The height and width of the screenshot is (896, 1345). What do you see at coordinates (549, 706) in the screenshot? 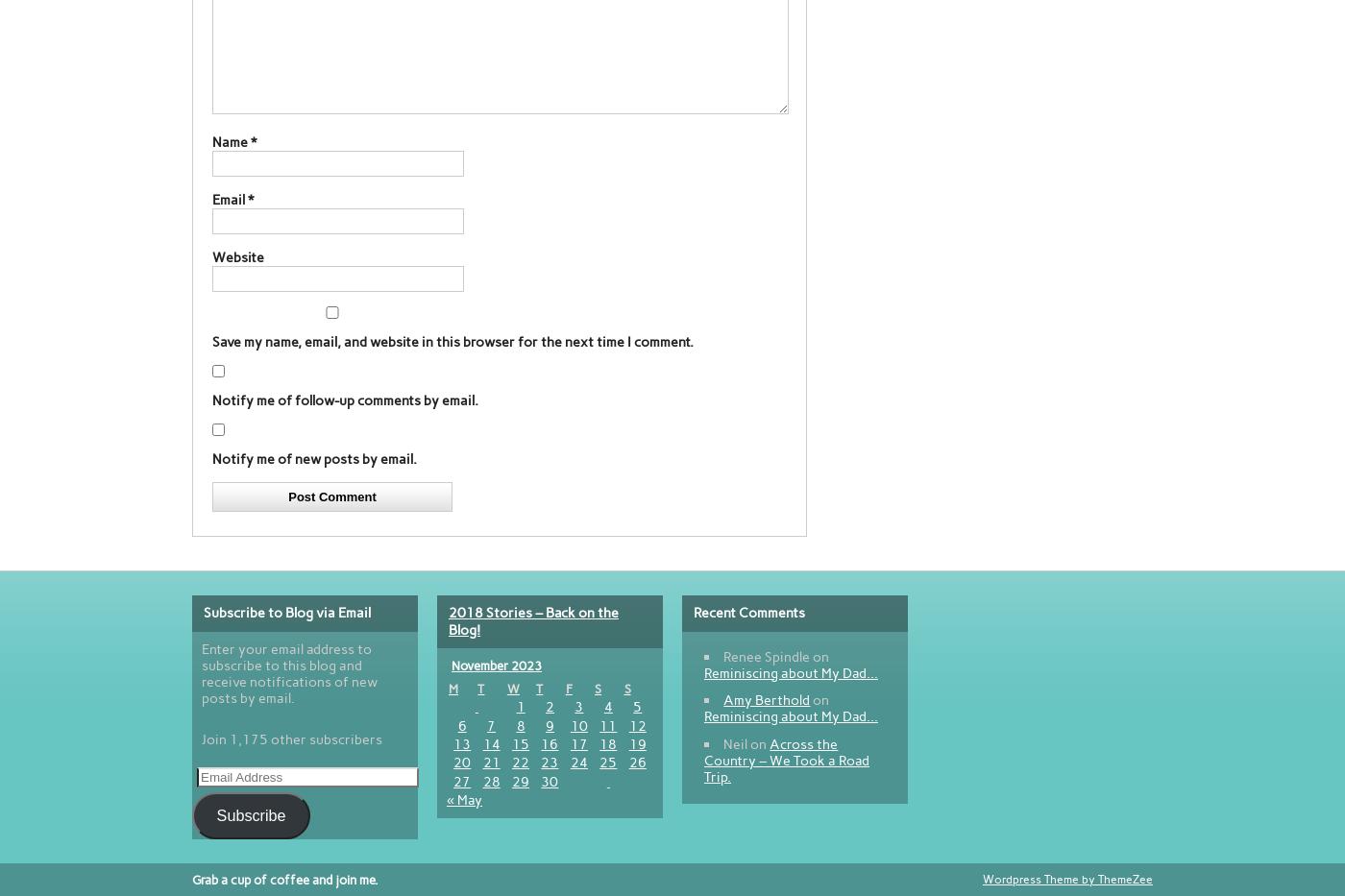
I see `'2'` at bounding box center [549, 706].